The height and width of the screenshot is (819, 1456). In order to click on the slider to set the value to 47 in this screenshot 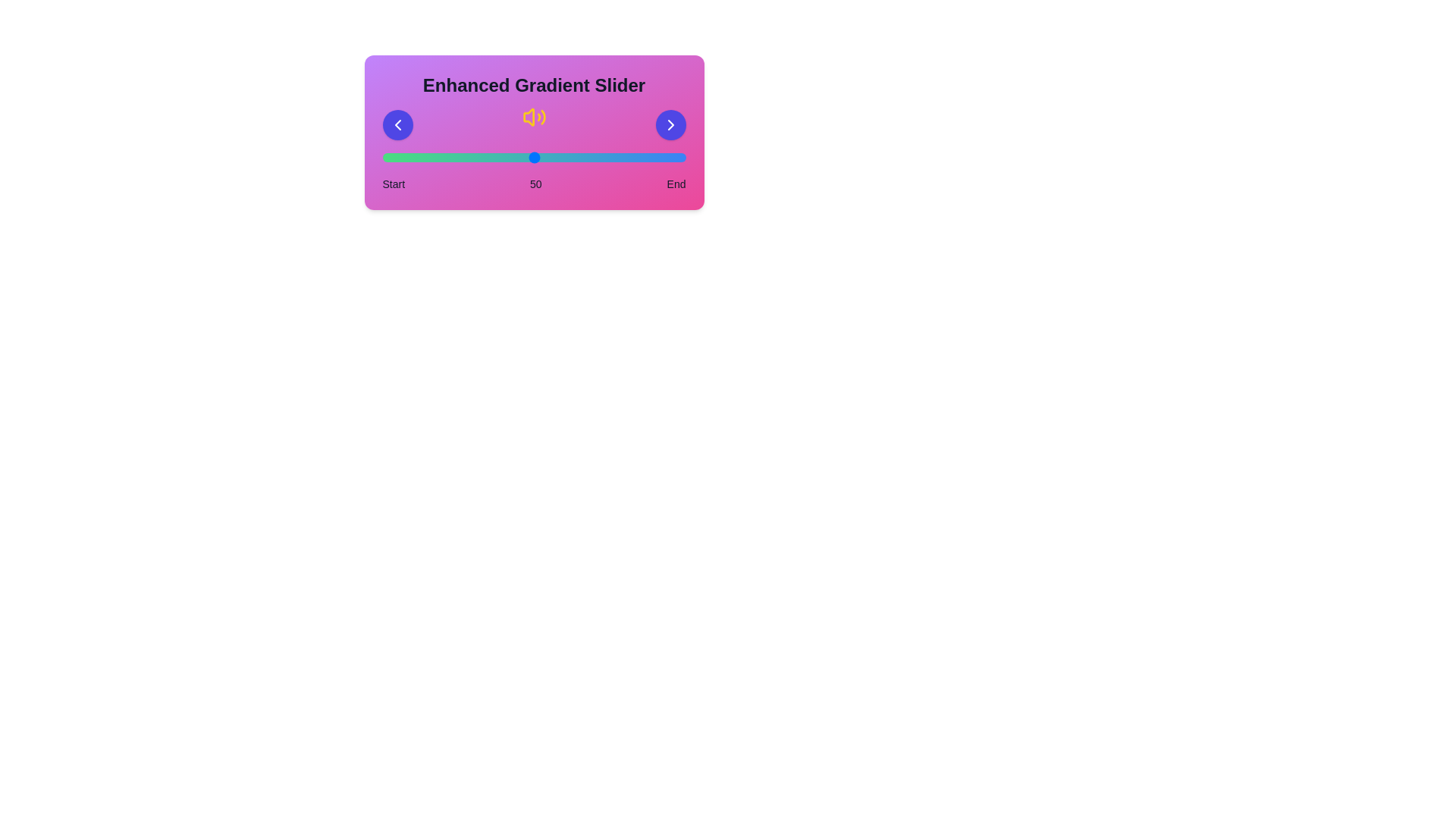, I will do `click(525, 158)`.